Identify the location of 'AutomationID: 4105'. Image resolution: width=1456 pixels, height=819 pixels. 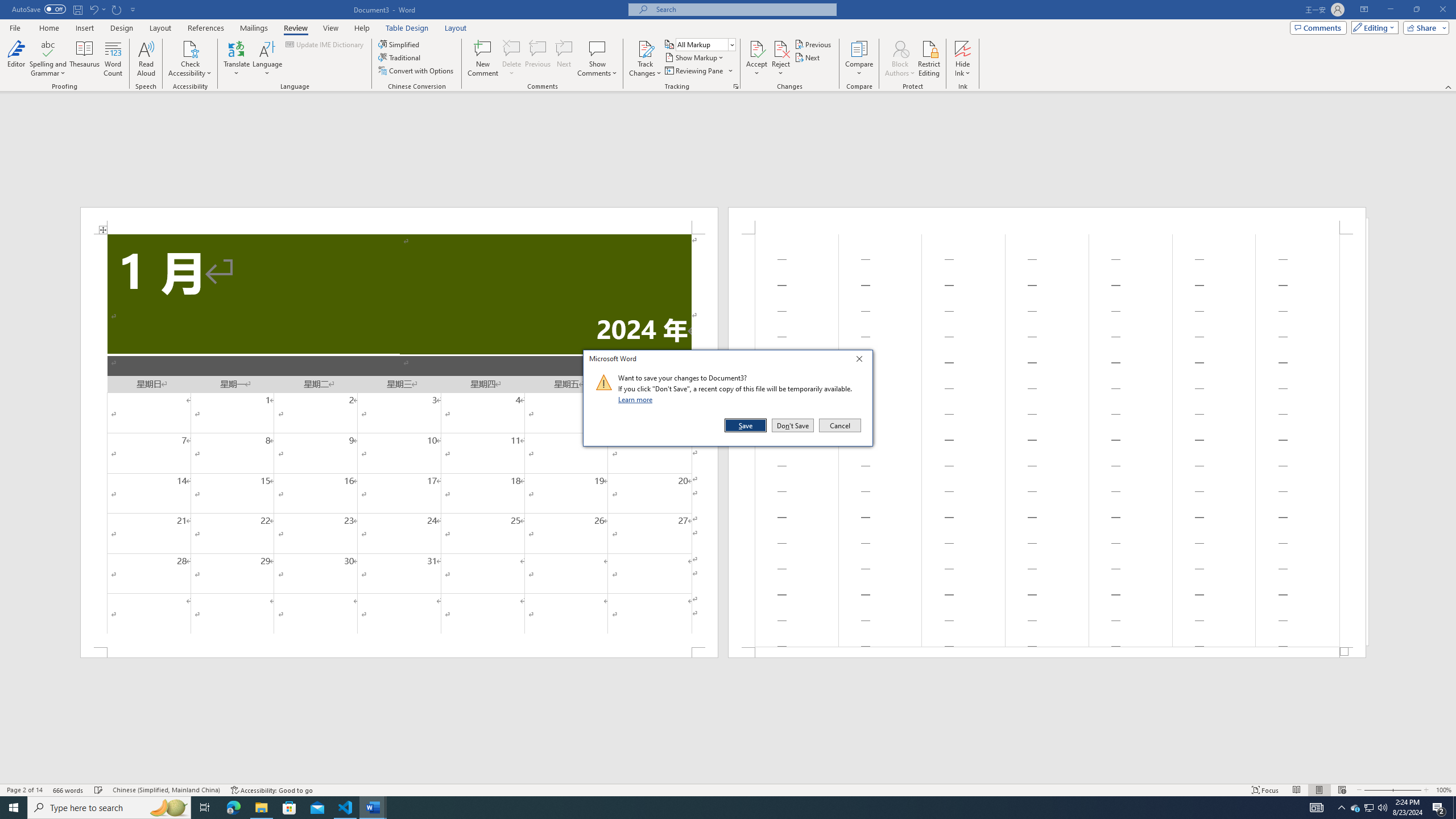
(1317, 806).